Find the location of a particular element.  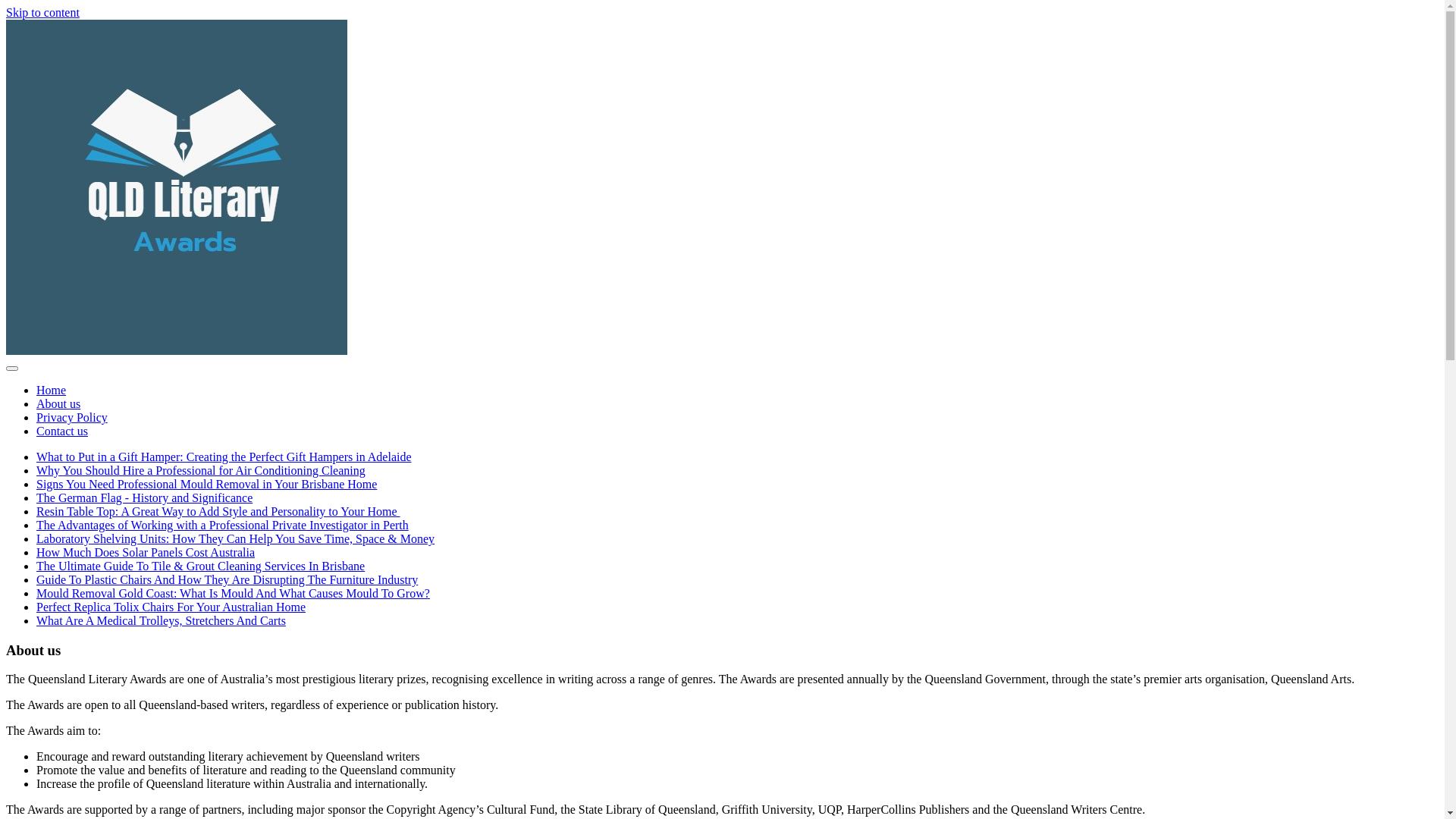

'Privacy Policy' is located at coordinates (71, 417).